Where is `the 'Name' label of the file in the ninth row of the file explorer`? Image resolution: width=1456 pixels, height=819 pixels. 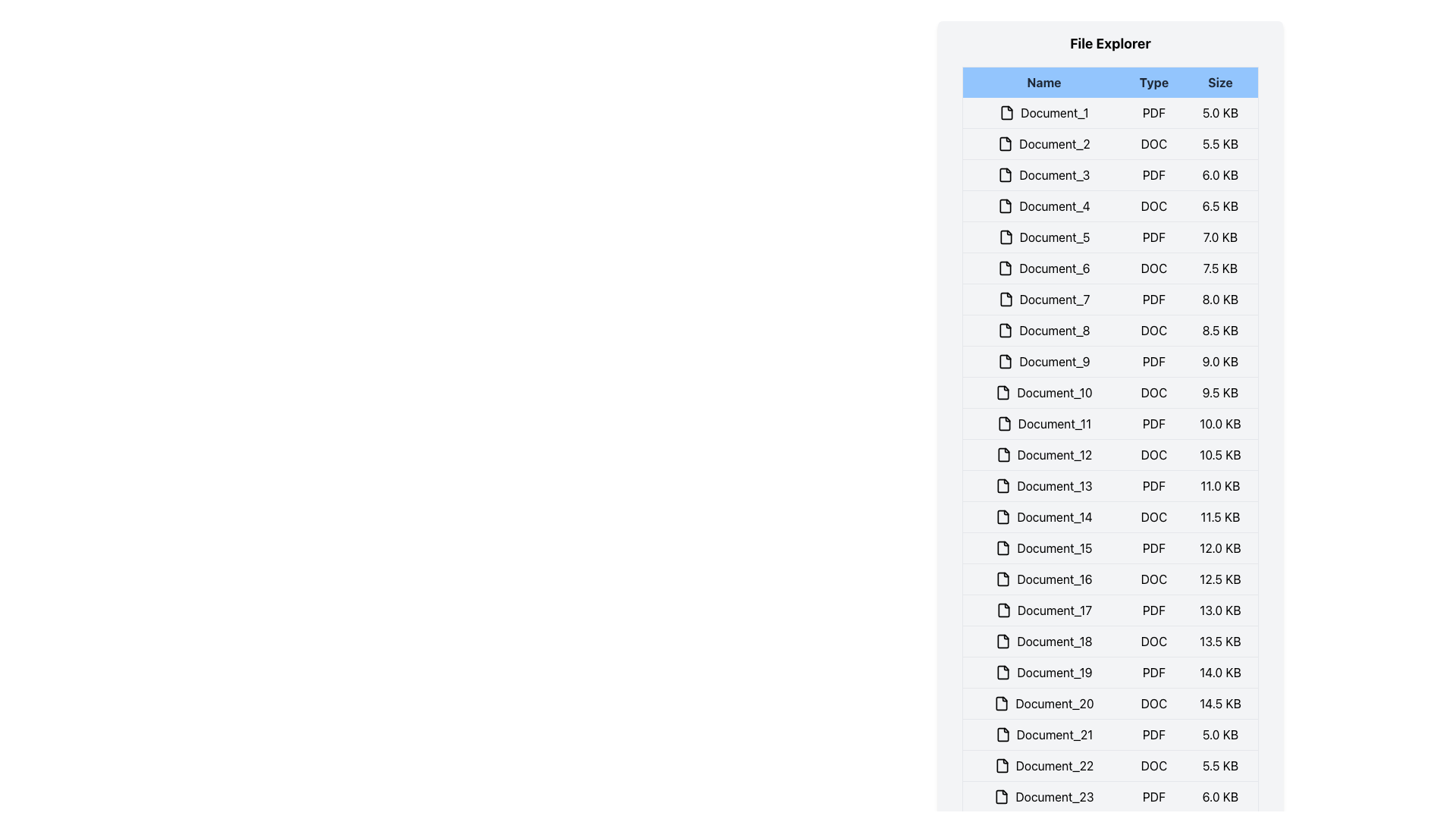 the 'Name' label of the file in the ninth row of the file explorer is located at coordinates (1043, 362).